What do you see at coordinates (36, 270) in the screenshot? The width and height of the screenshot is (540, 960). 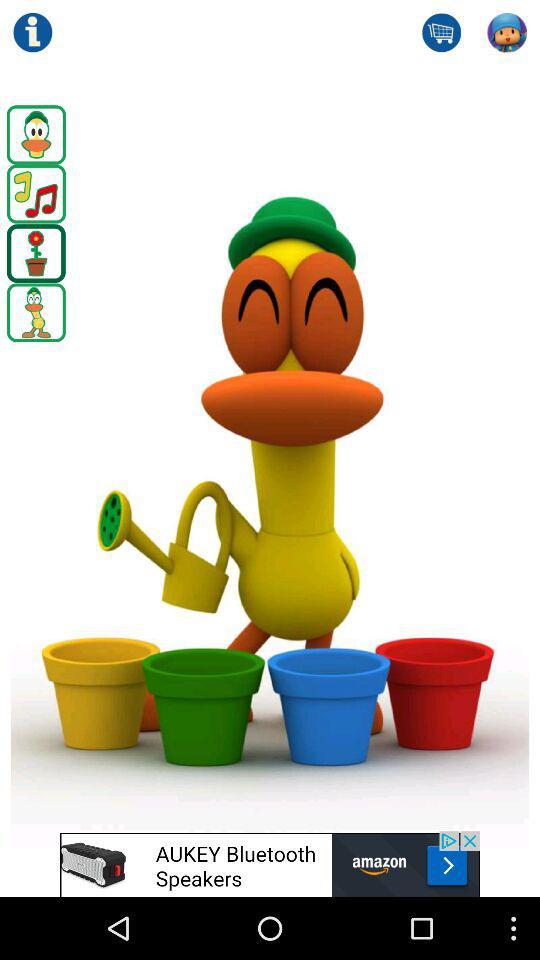 I see `the location icon` at bounding box center [36, 270].